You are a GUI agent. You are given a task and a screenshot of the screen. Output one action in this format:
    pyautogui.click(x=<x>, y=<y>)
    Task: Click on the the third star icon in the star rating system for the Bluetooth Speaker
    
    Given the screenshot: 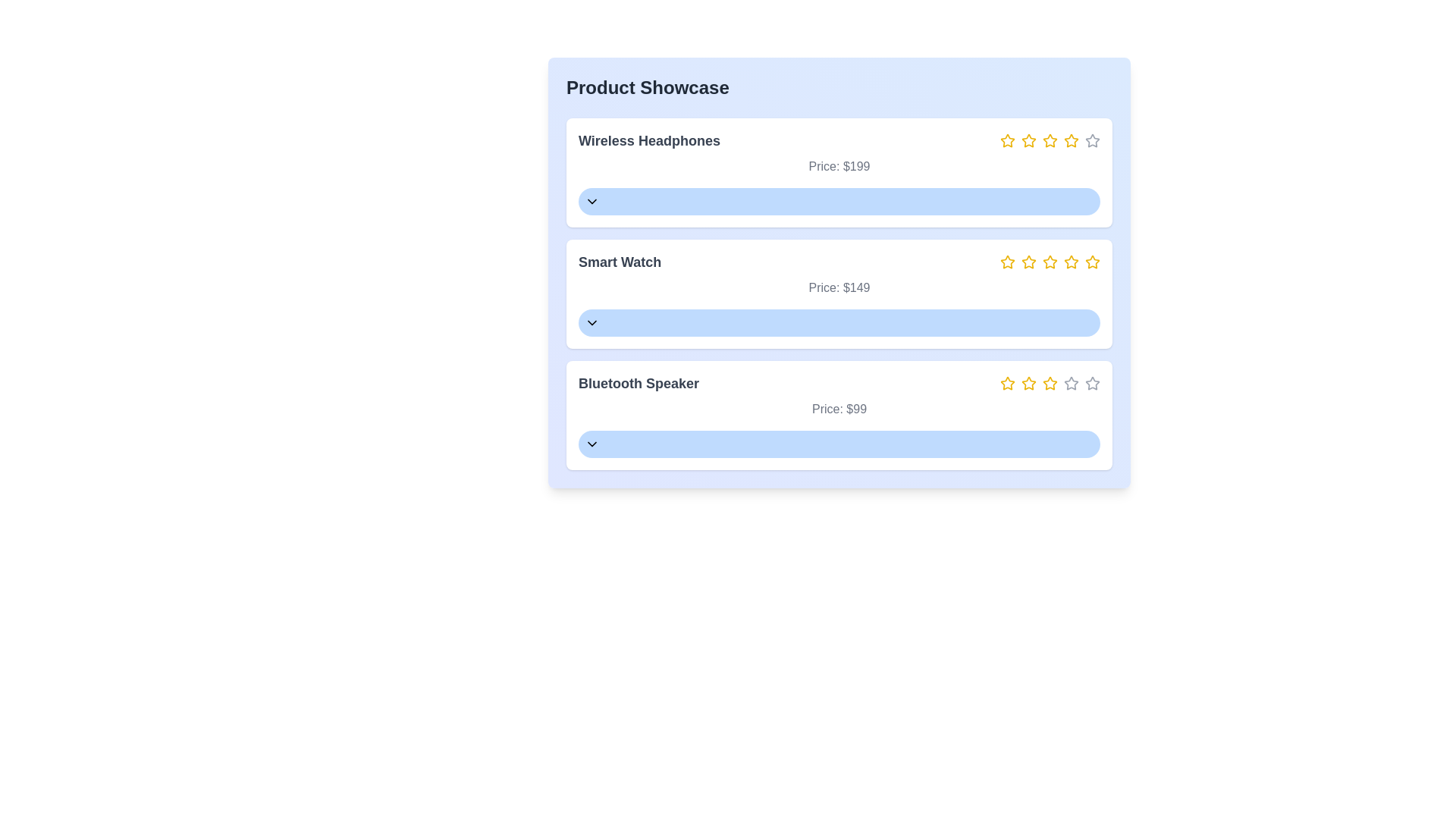 What is the action you would take?
    pyautogui.click(x=1029, y=382)
    